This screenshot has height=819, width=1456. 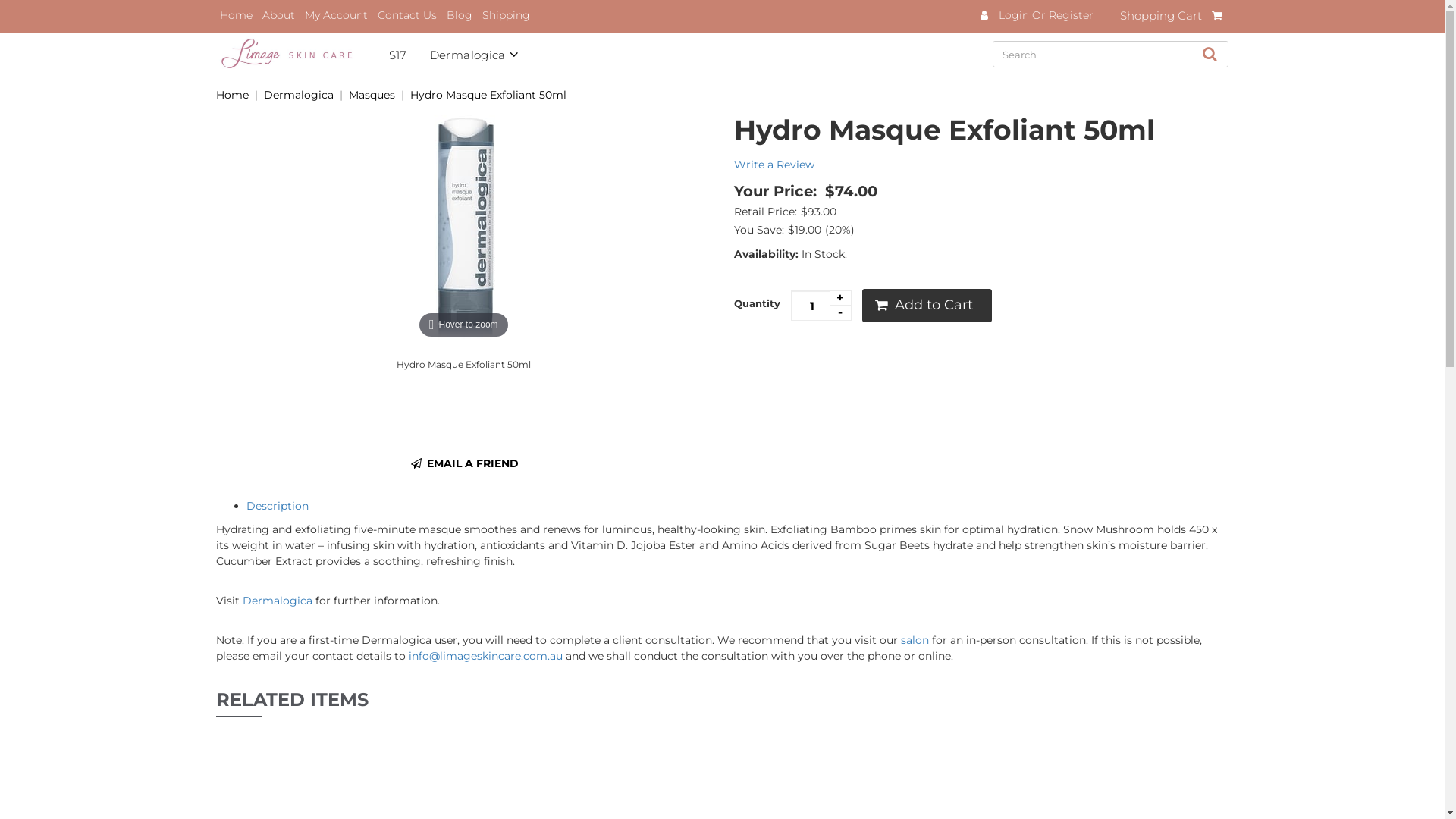 I want to click on 'My Account', so click(x=335, y=14).